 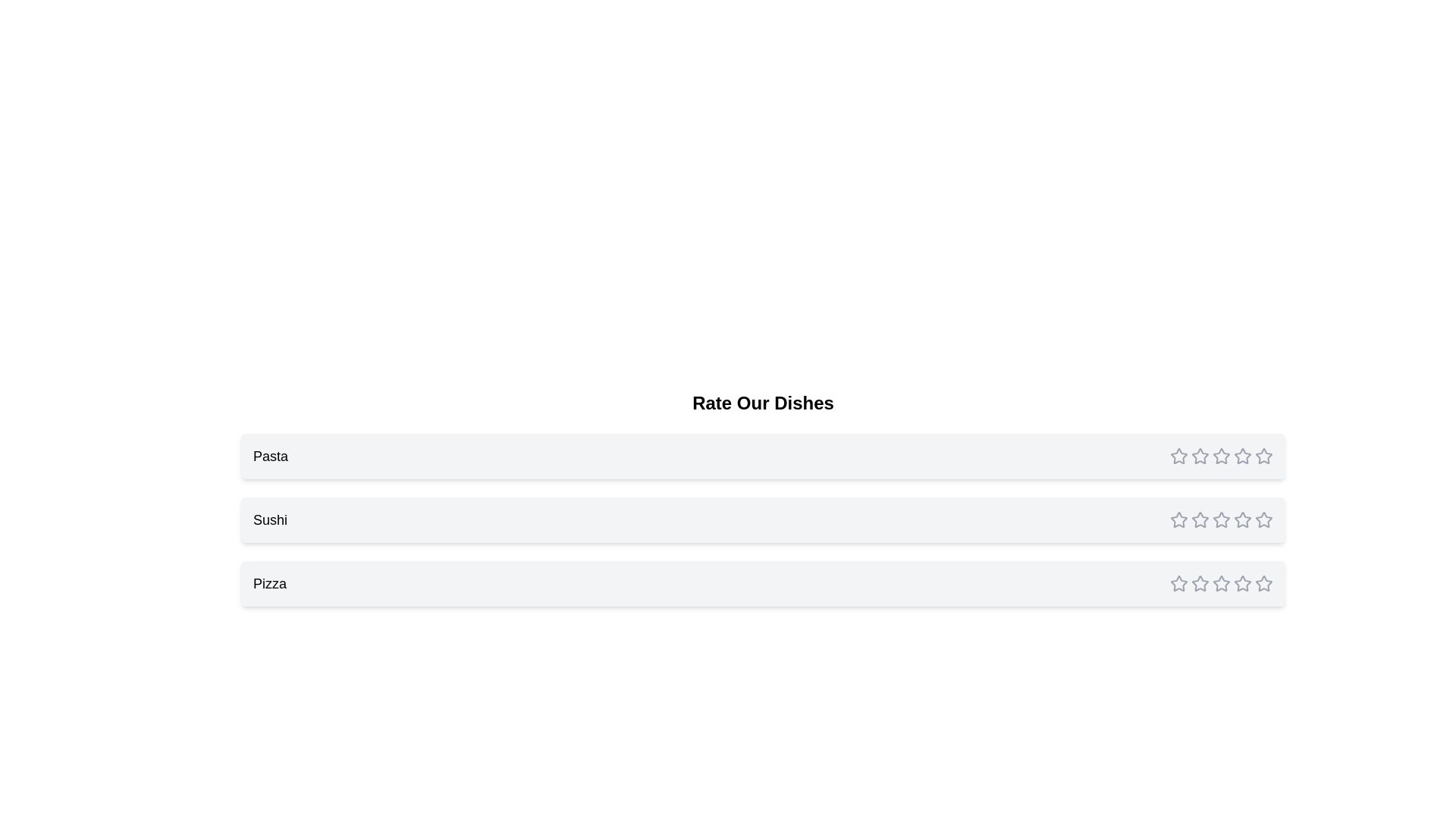 What do you see at coordinates (1222, 455) in the screenshot?
I see `the third star icon for ratings corresponding to the 'Pasta' item` at bounding box center [1222, 455].